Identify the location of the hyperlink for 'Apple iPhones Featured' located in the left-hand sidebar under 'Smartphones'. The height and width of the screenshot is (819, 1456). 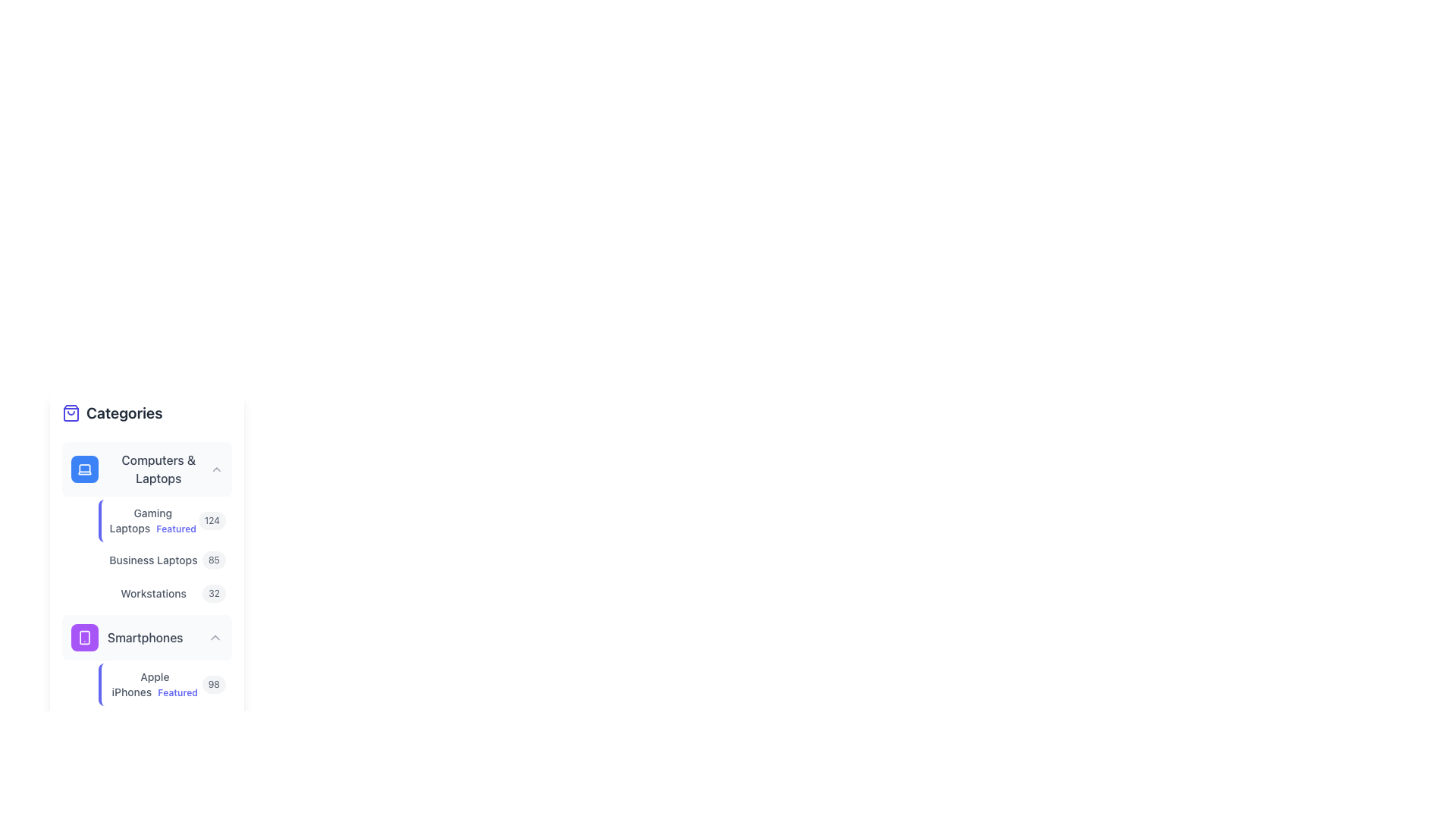
(155, 684).